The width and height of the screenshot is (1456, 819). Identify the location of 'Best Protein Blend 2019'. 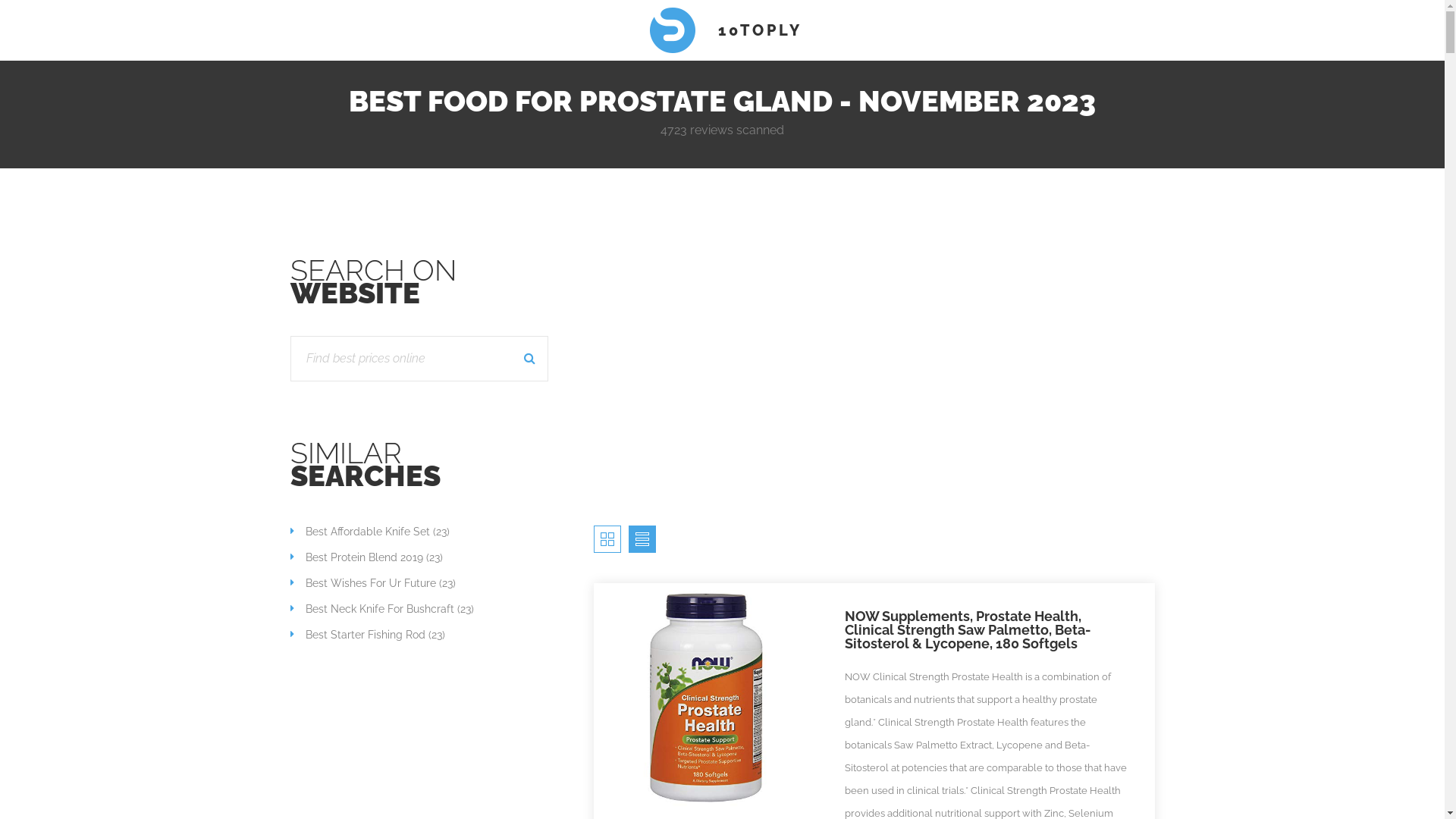
(290, 557).